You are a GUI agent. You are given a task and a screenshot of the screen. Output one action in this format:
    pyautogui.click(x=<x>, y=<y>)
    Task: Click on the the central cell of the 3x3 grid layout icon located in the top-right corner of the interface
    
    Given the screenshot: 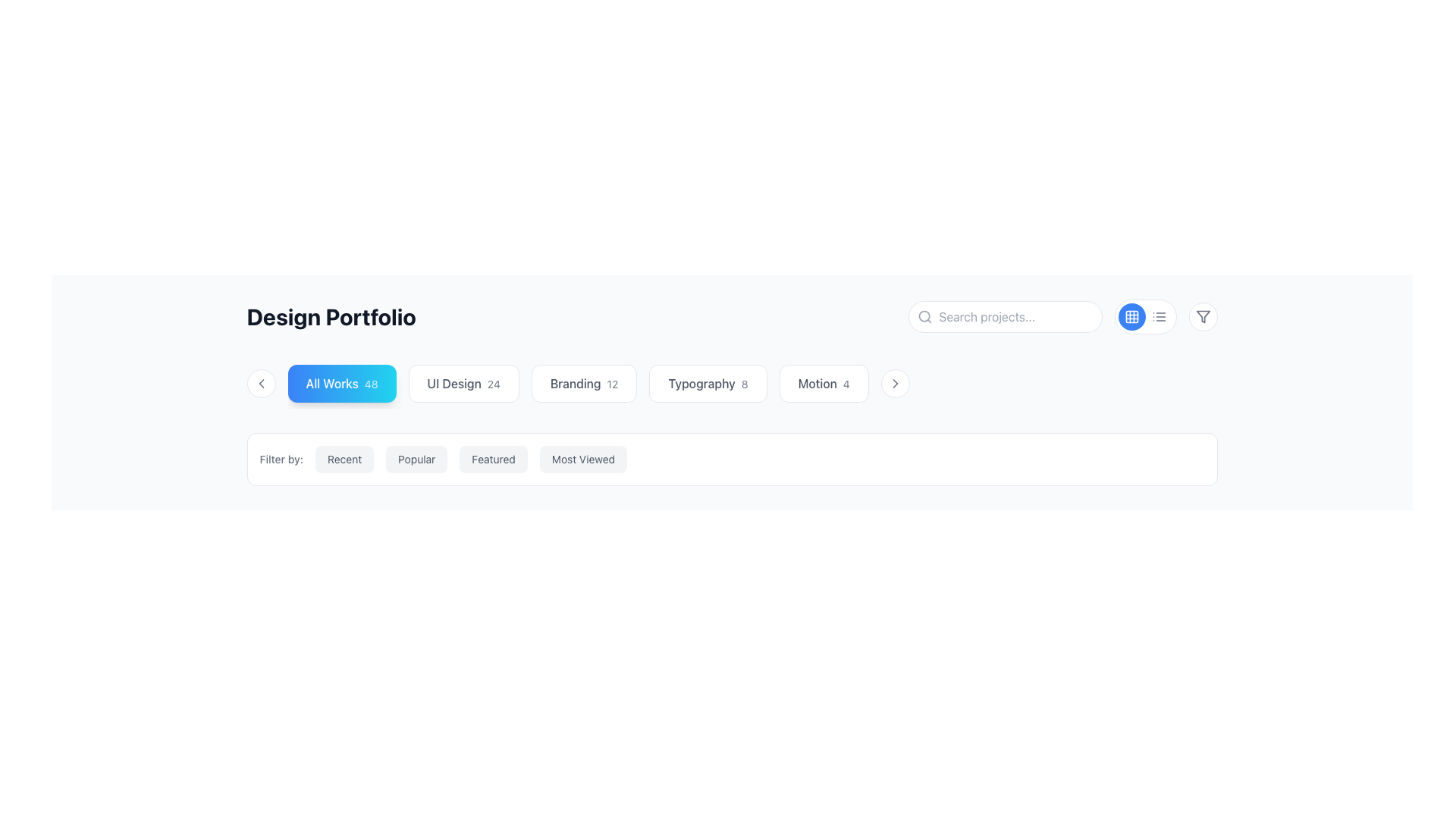 What is the action you would take?
    pyautogui.click(x=1131, y=315)
    